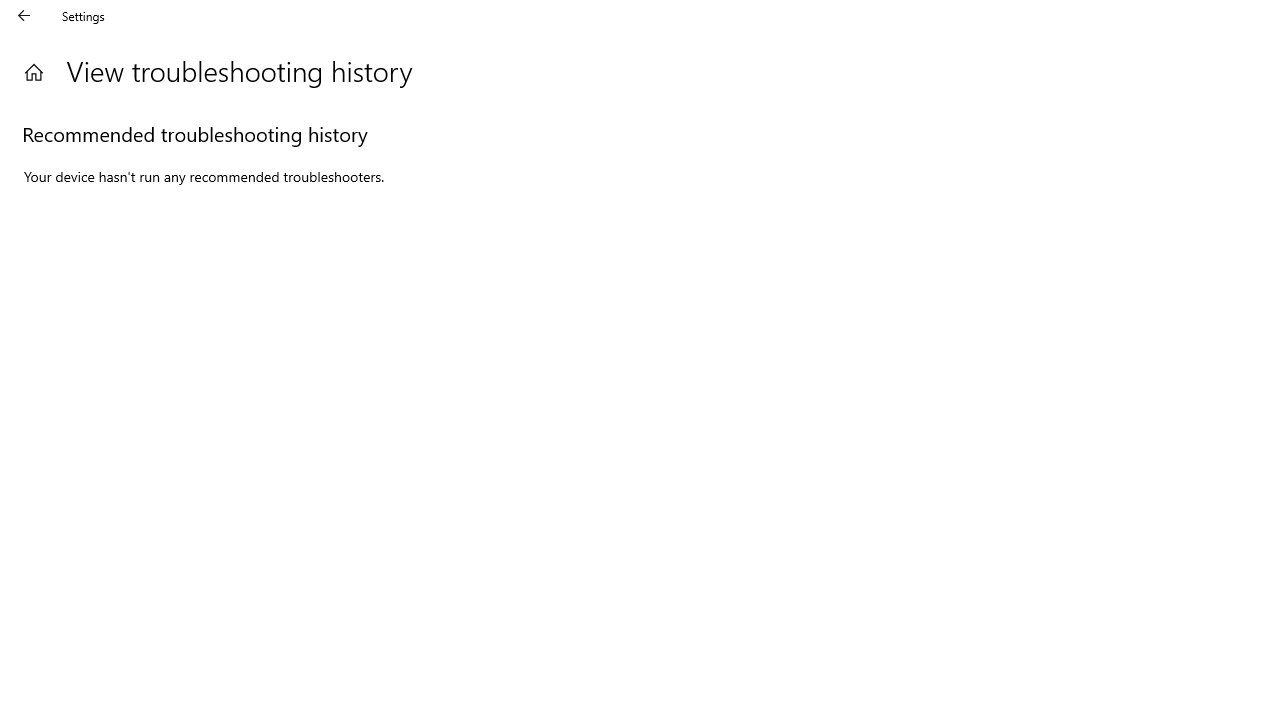 The image size is (1280, 720). Describe the element at coordinates (24, 15) in the screenshot. I see `'Back'` at that location.